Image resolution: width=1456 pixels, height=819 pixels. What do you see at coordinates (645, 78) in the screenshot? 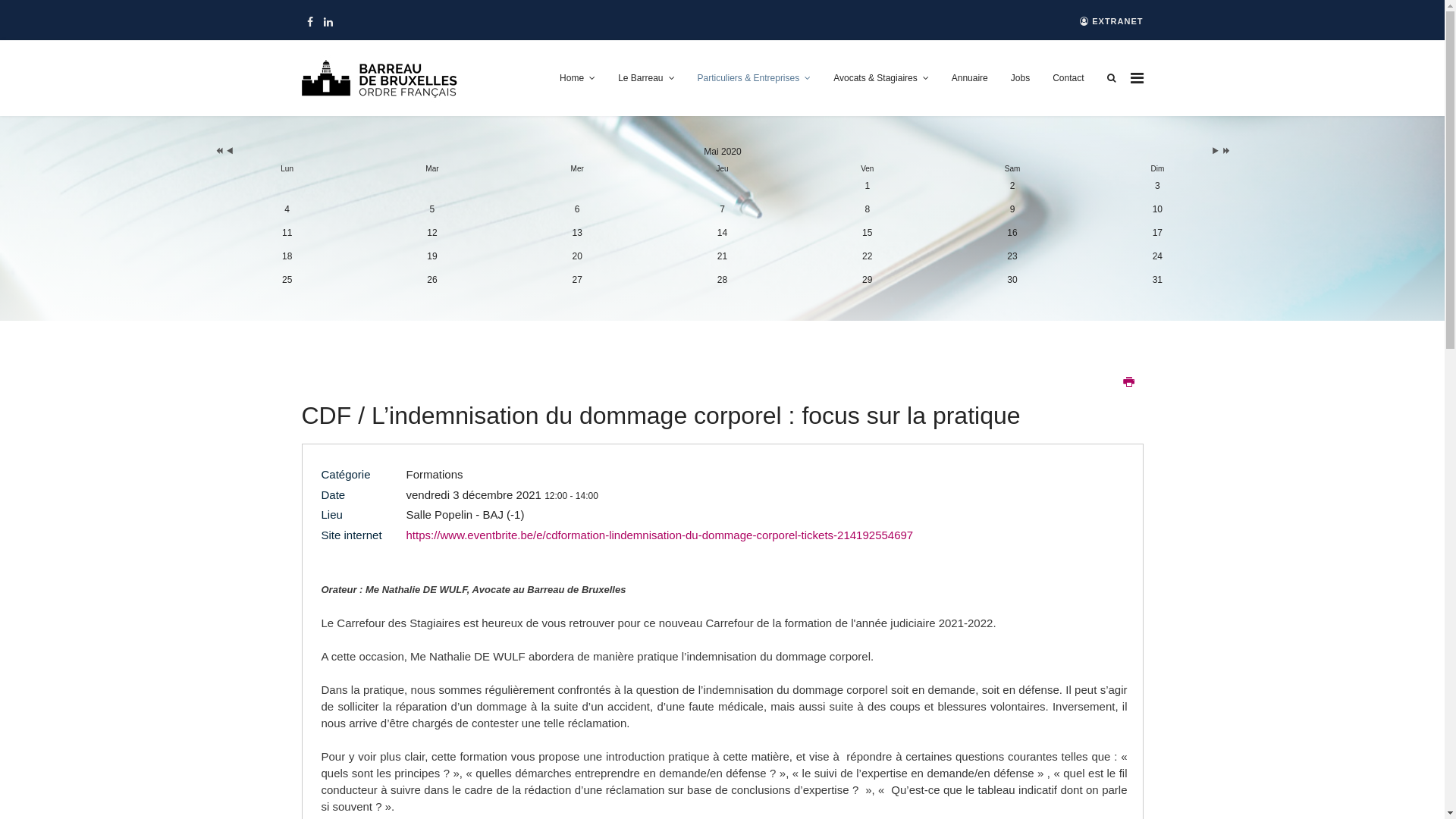
I see `'Le Barreau'` at bounding box center [645, 78].